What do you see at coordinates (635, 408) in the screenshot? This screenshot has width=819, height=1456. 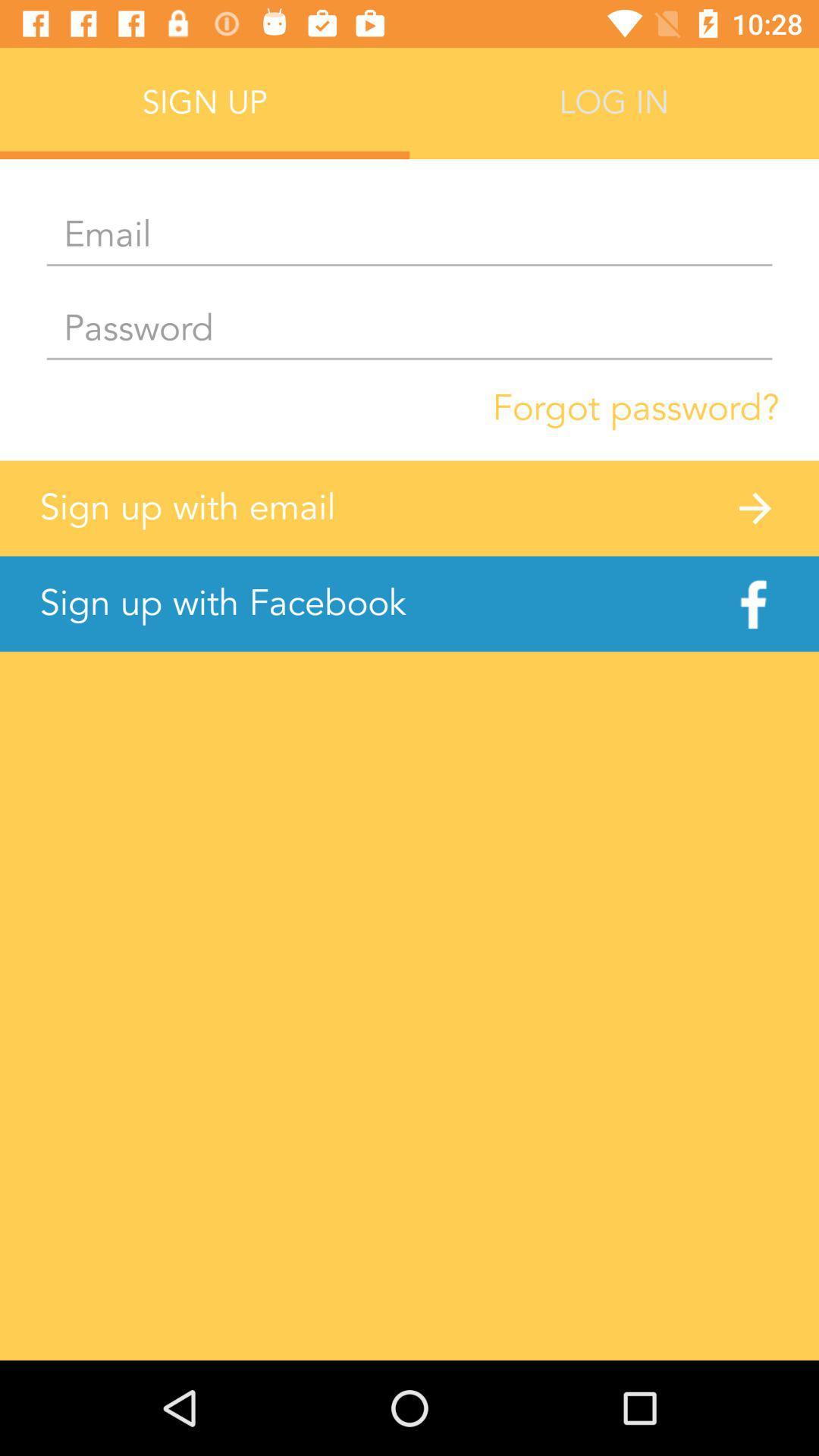 I see `item above the sign up with item` at bounding box center [635, 408].